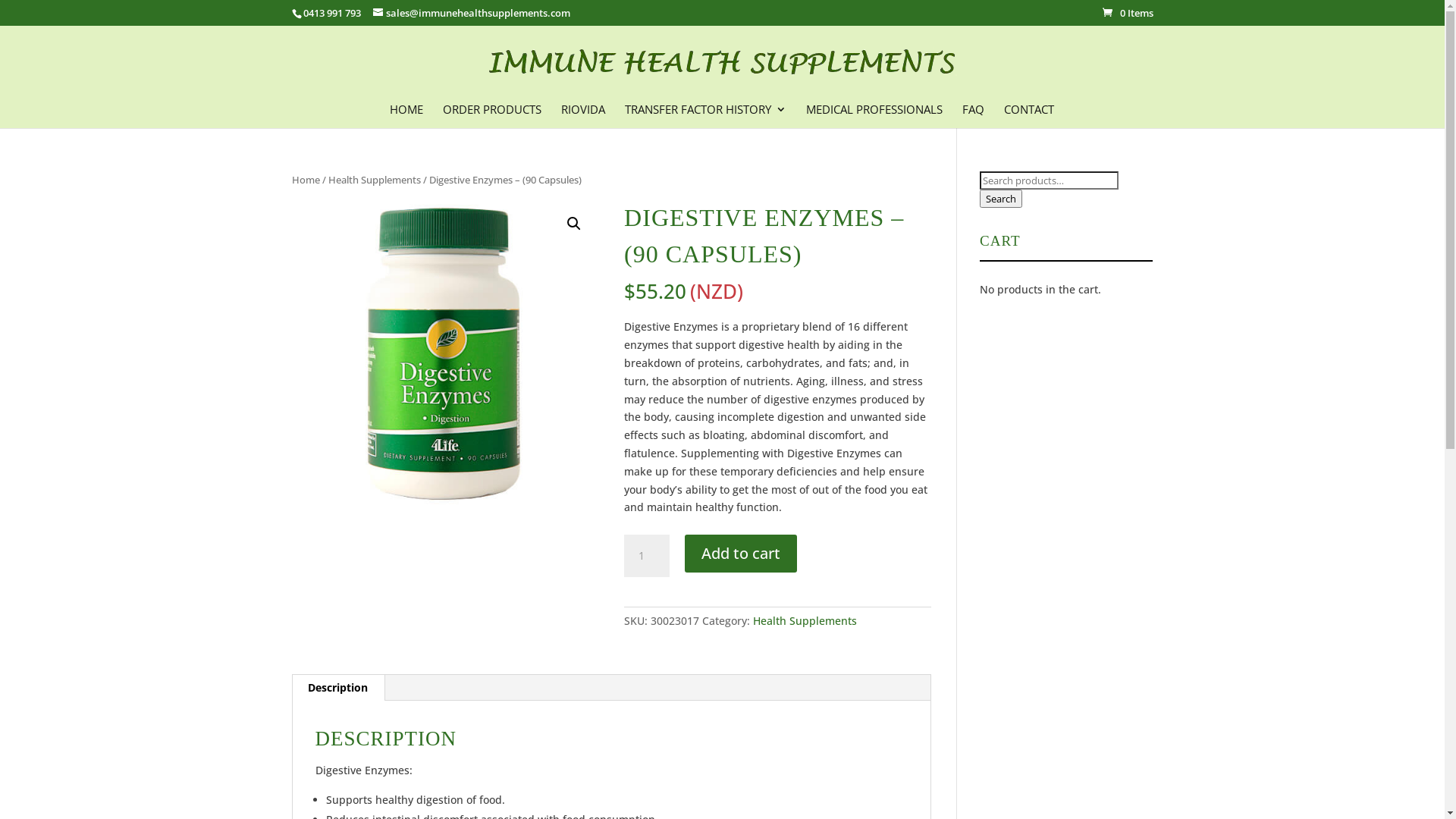 Image resolution: width=1456 pixels, height=819 pixels. What do you see at coordinates (972, 114) in the screenshot?
I see `'FAQ'` at bounding box center [972, 114].